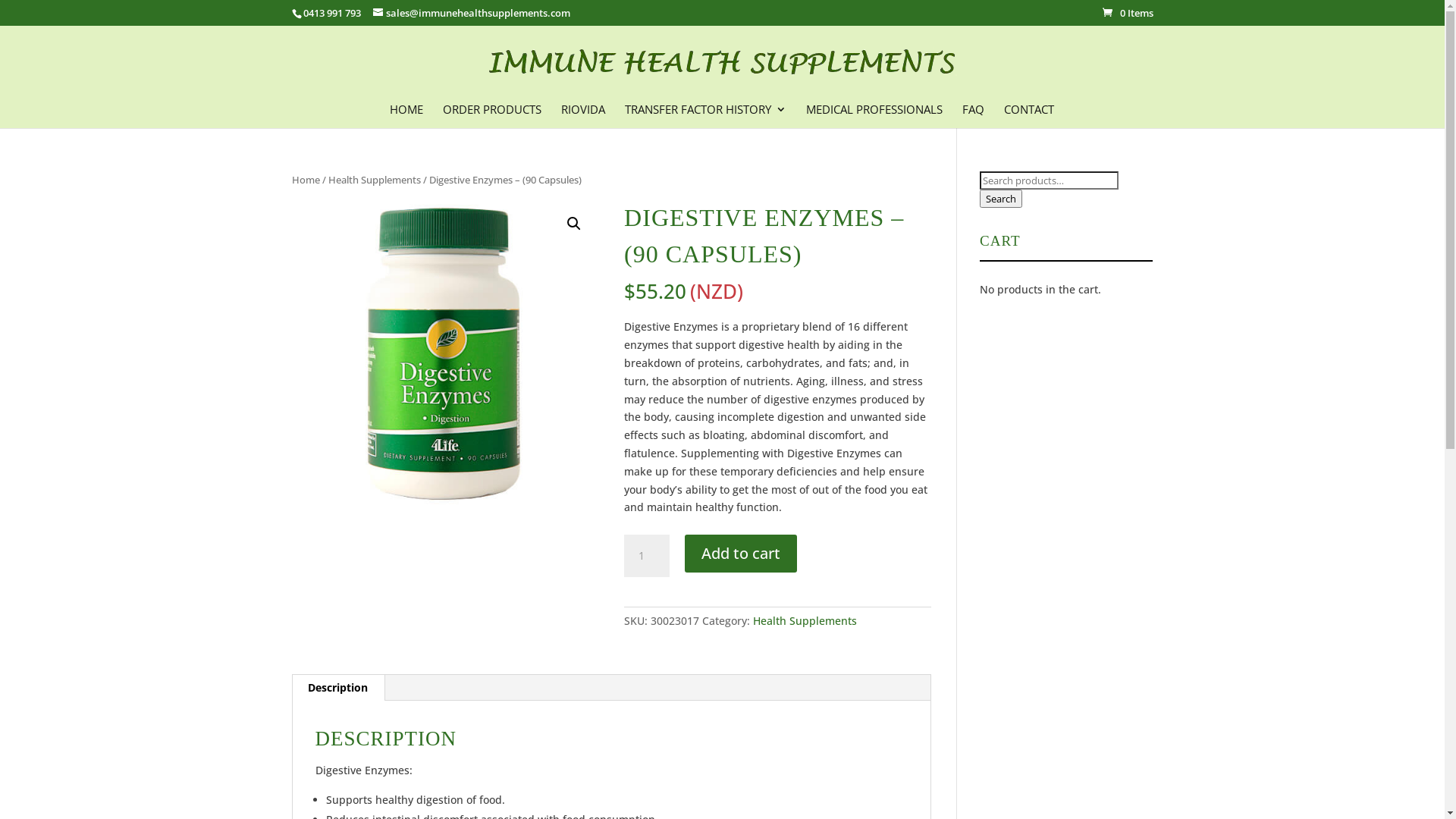 Image resolution: width=1456 pixels, height=819 pixels. What do you see at coordinates (972, 114) in the screenshot?
I see `'FAQ'` at bounding box center [972, 114].